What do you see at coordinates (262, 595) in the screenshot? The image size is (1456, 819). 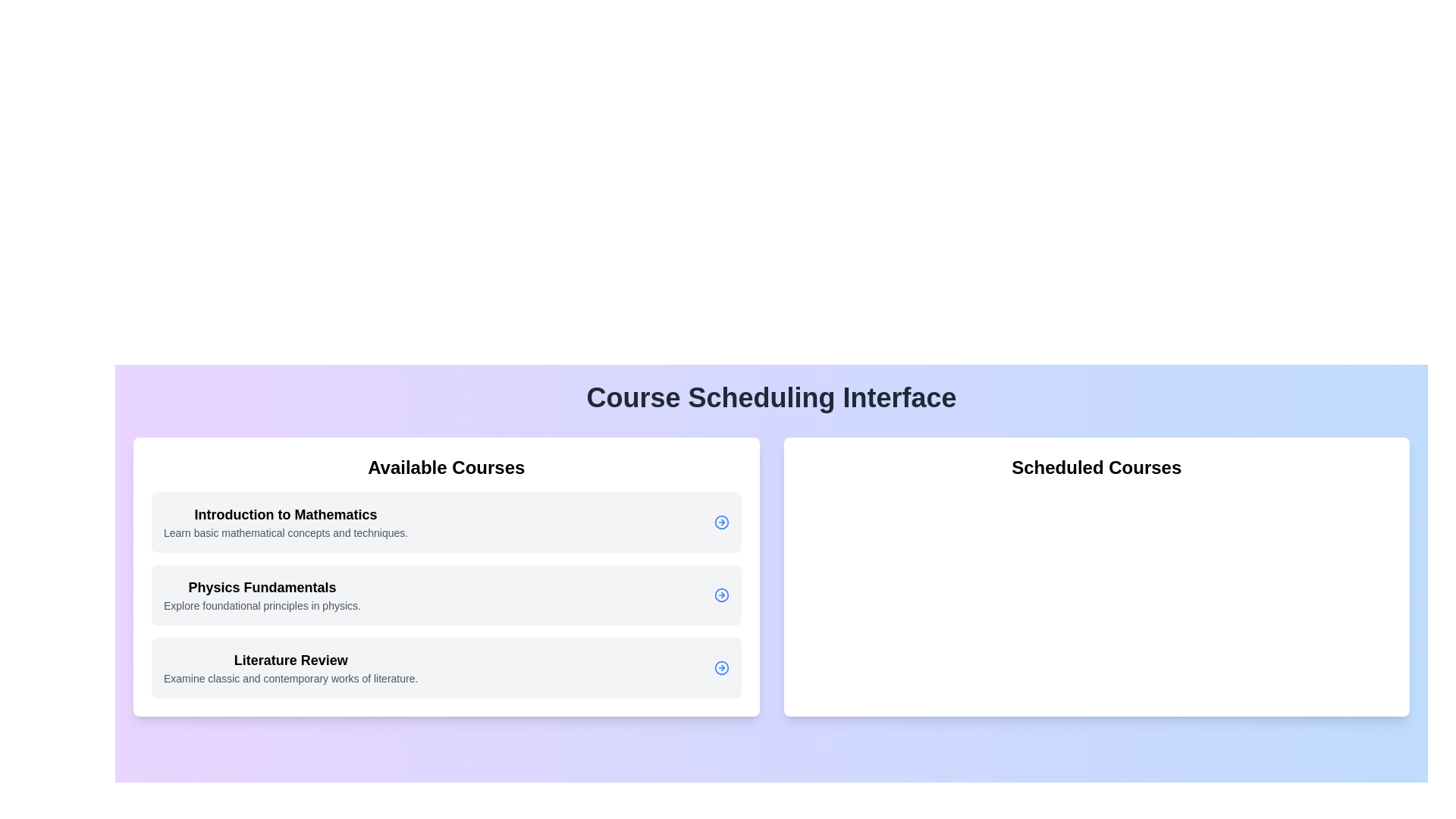 I see `to select the course titled 'Physics Fundamentals' from the 'Available Courses' section, which is the second entry in the course list` at bounding box center [262, 595].